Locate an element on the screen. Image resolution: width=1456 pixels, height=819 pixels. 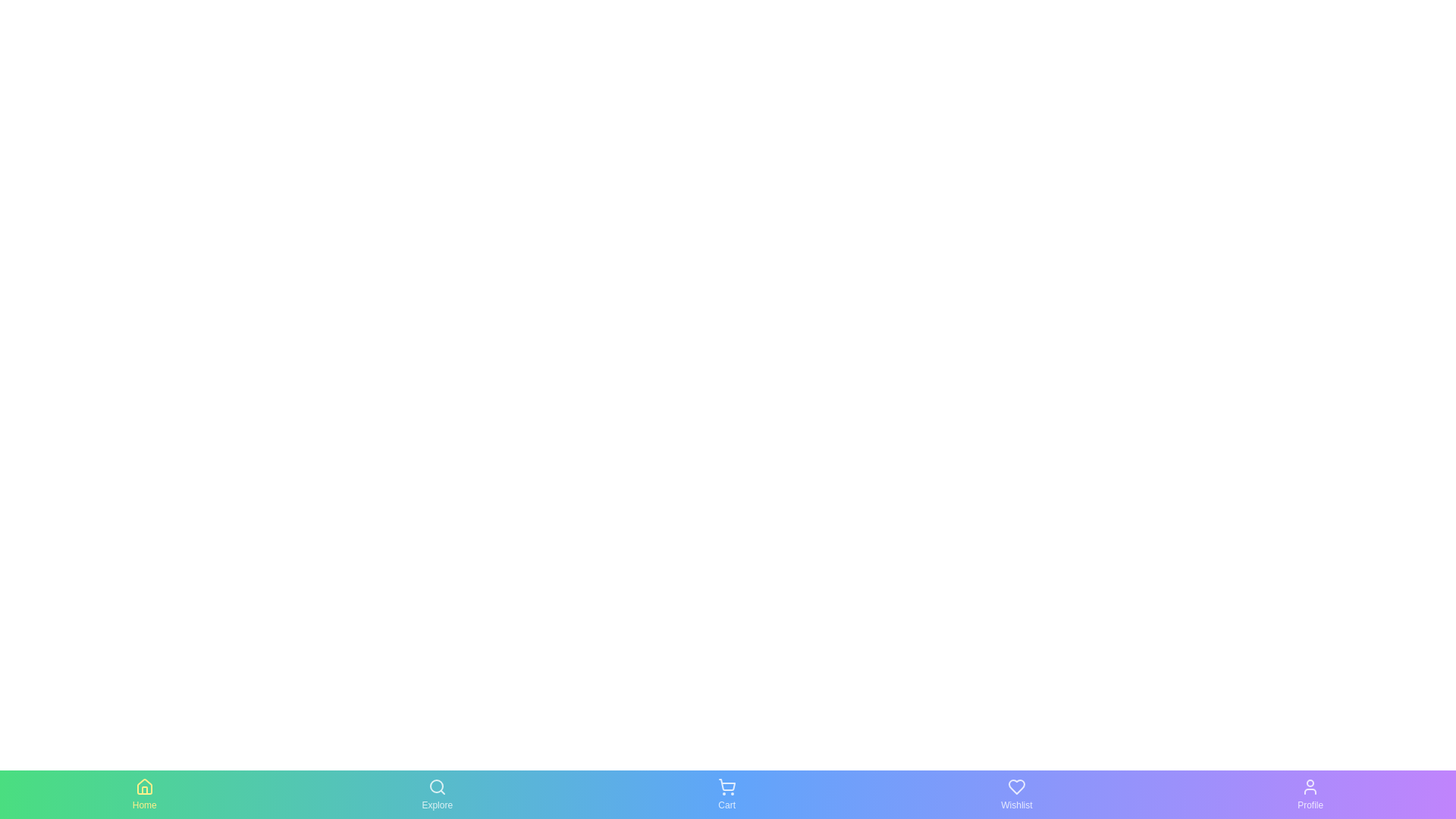
the icon labeled Explore is located at coordinates (436, 794).